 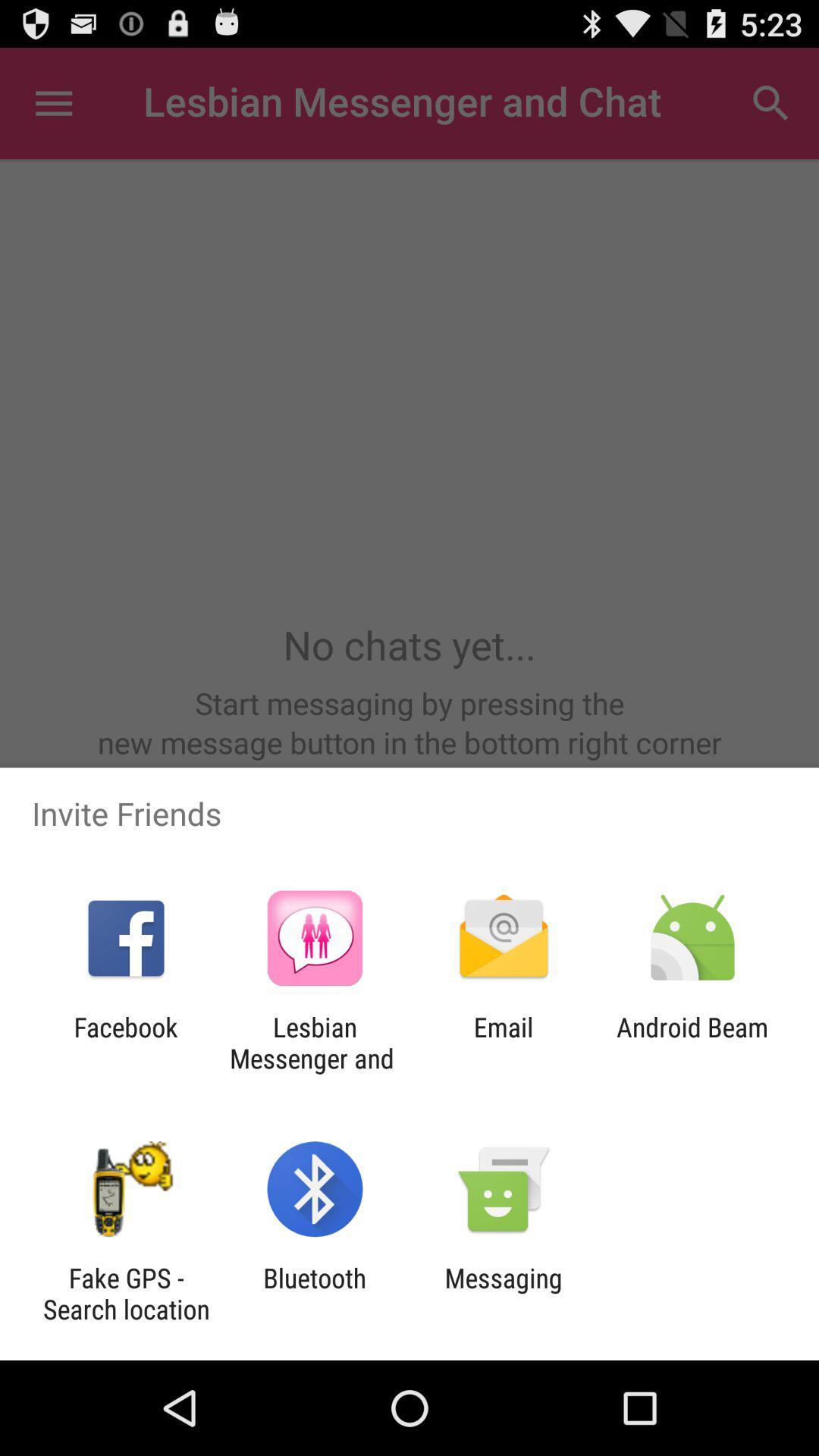 What do you see at coordinates (125, 1293) in the screenshot?
I see `the item to the left of the bluetooth item` at bounding box center [125, 1293].